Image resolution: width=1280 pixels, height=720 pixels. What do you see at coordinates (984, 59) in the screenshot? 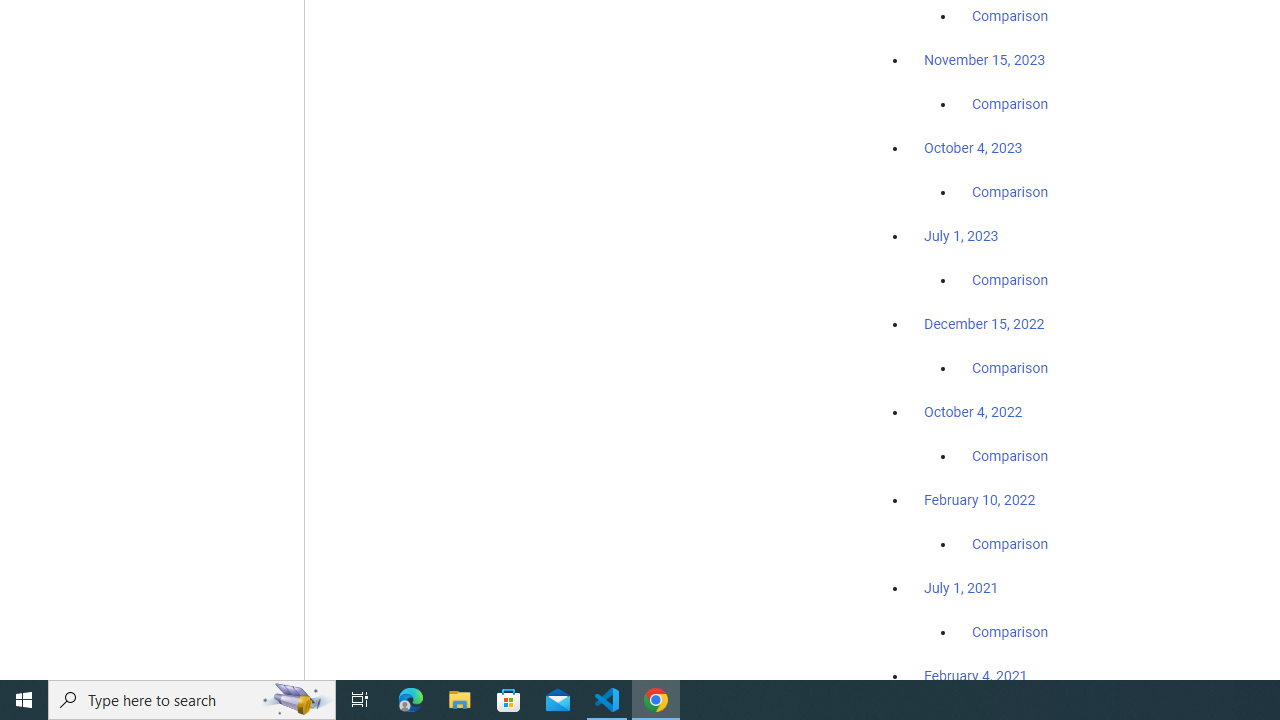
I see `'November 15, 2023'` at bounding box center [984, 59].